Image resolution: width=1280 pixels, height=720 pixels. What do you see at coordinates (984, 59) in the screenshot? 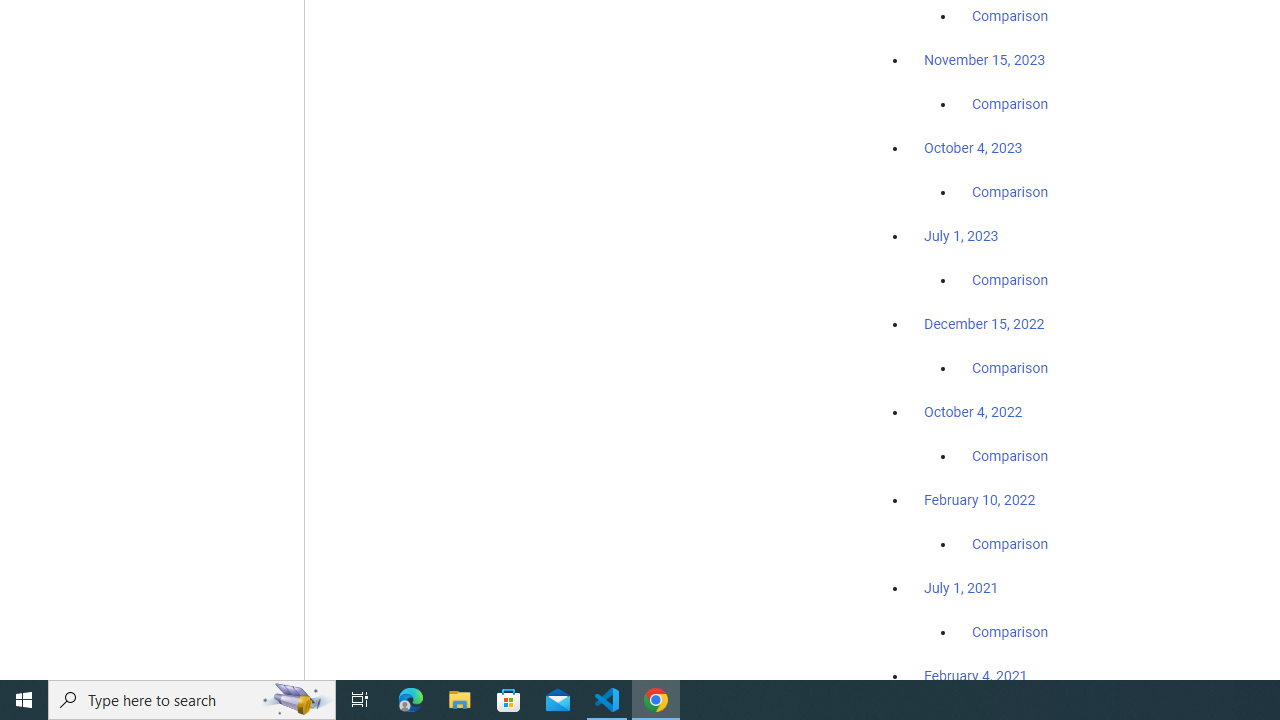
I see `'November 15, 2023'` at bounding box center [984, 59].